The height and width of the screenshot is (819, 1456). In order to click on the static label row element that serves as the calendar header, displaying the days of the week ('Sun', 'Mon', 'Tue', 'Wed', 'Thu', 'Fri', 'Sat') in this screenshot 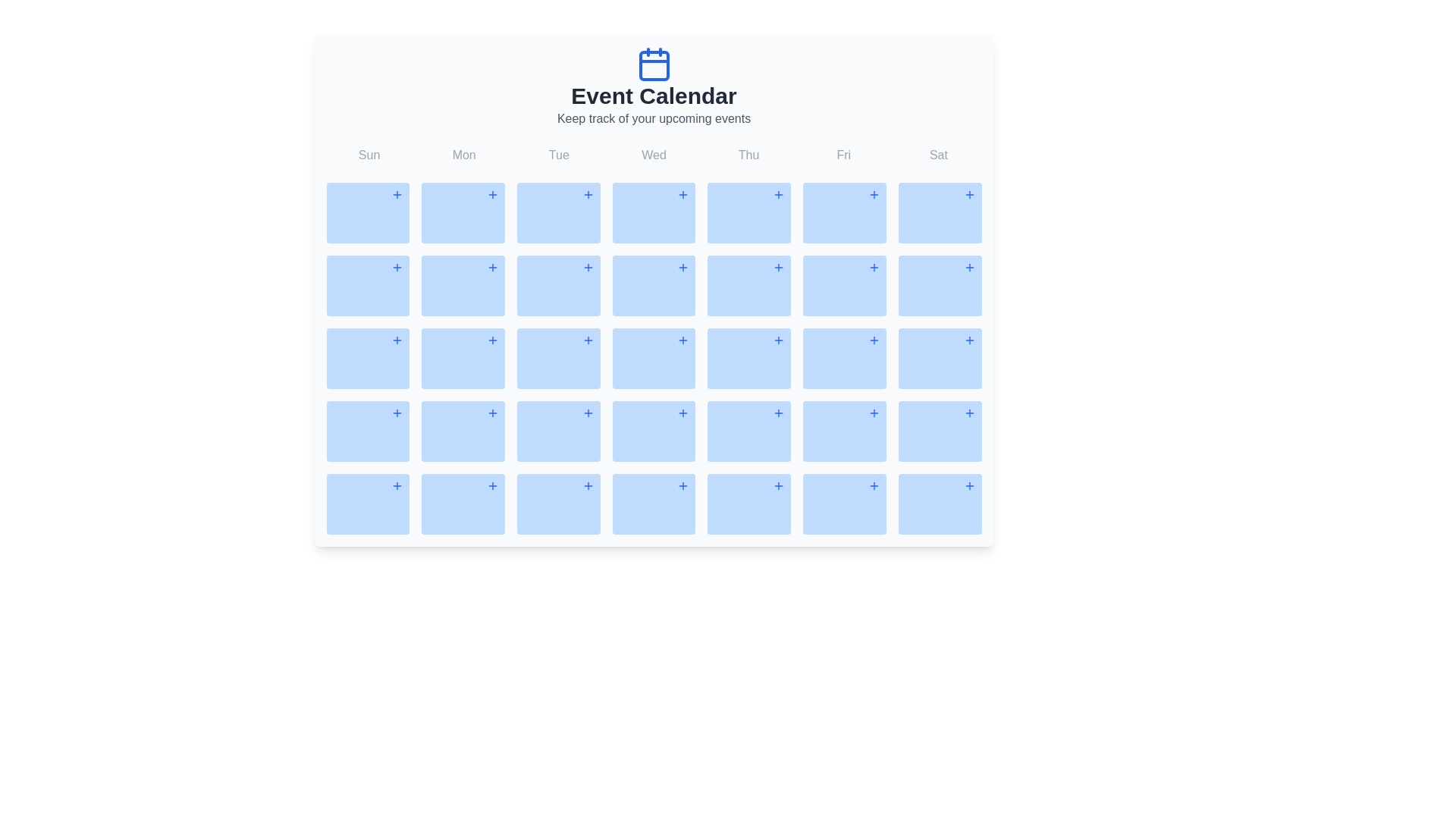, I will do `click(654, 155)`.